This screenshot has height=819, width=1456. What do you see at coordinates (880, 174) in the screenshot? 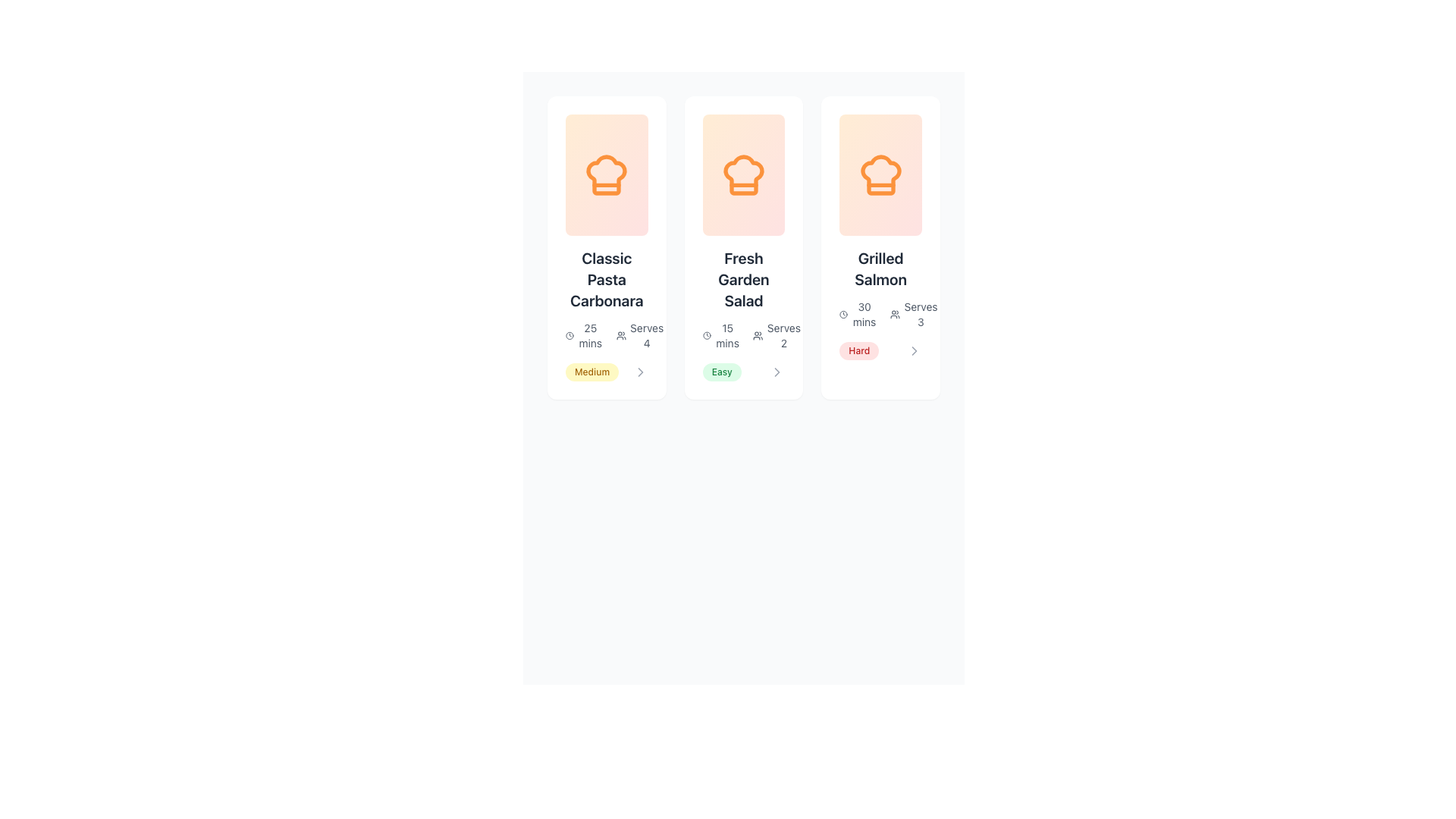
I see `the stylized chef's hat icon with a bold orange outline located in the top section of the 'Grilled Salmon' recipe card` at bounding box center [880, 174].